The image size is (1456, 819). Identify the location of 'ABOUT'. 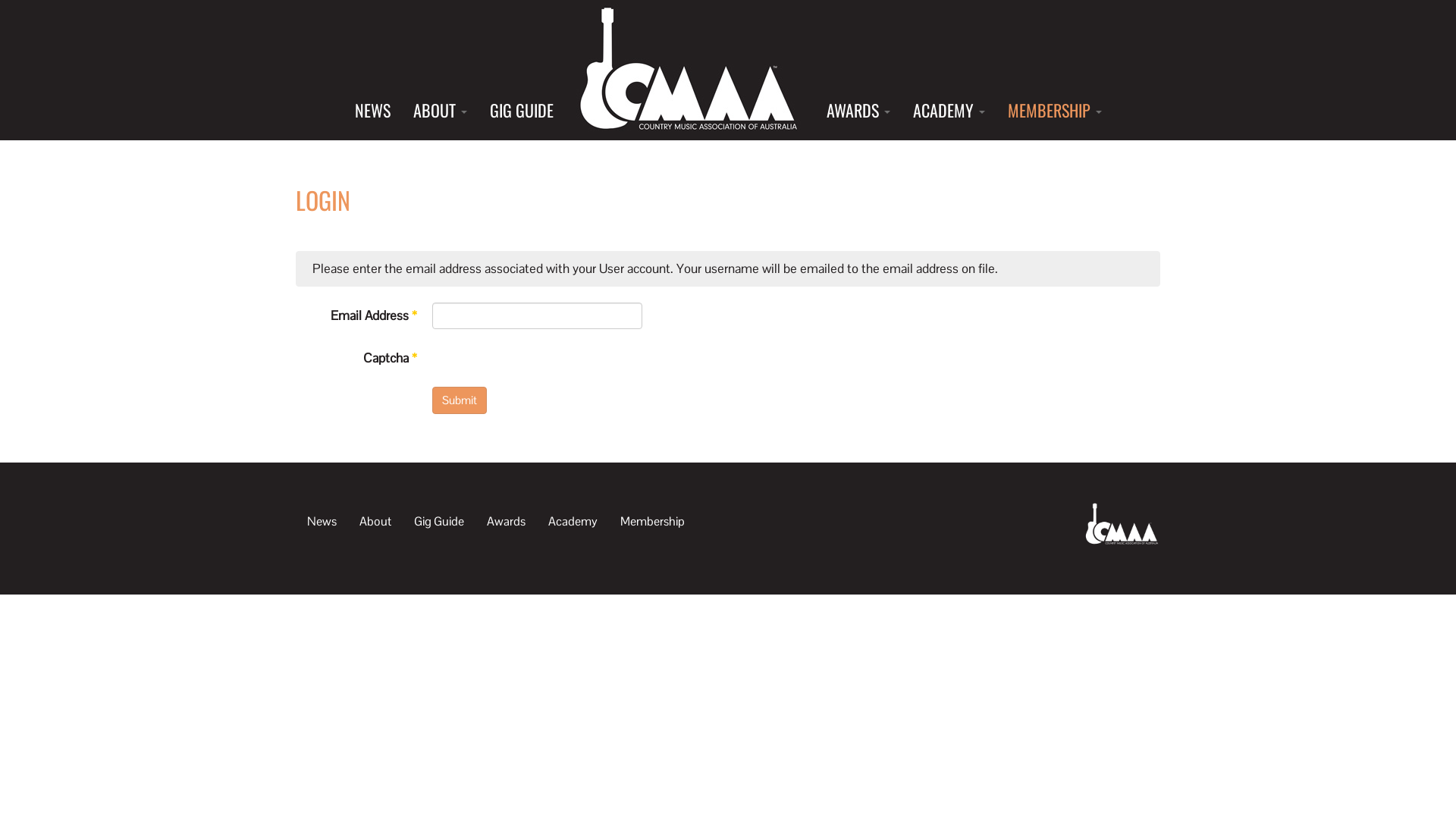
(439, 109).